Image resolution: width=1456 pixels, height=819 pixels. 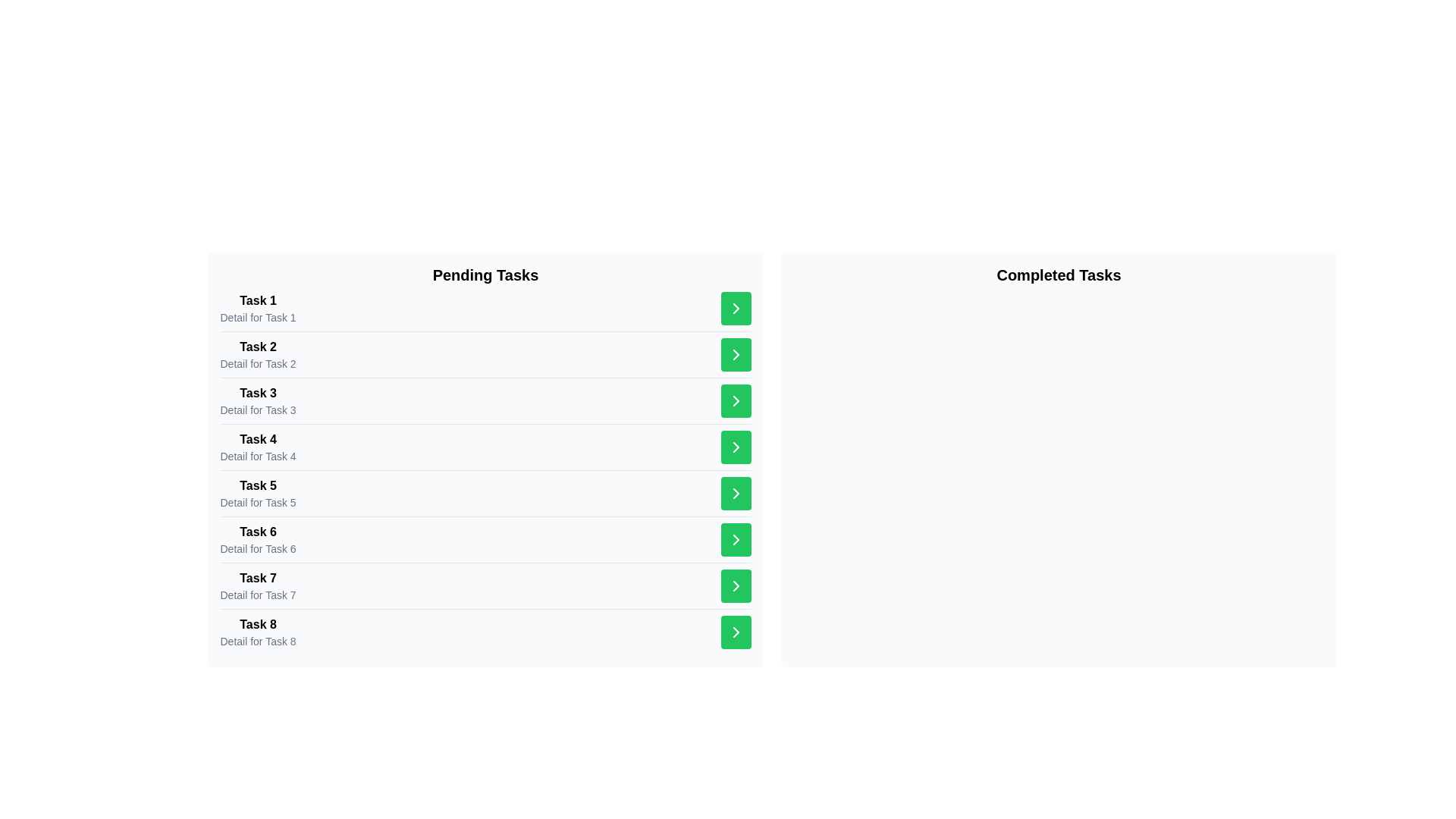 What do you see at coordinates (258, 393) in the screenshot?
I see `the text label displaying 'Task 3' within the 'Pending Tasks' section, which is bold and prominently sized` at bounding box center [258, 393].